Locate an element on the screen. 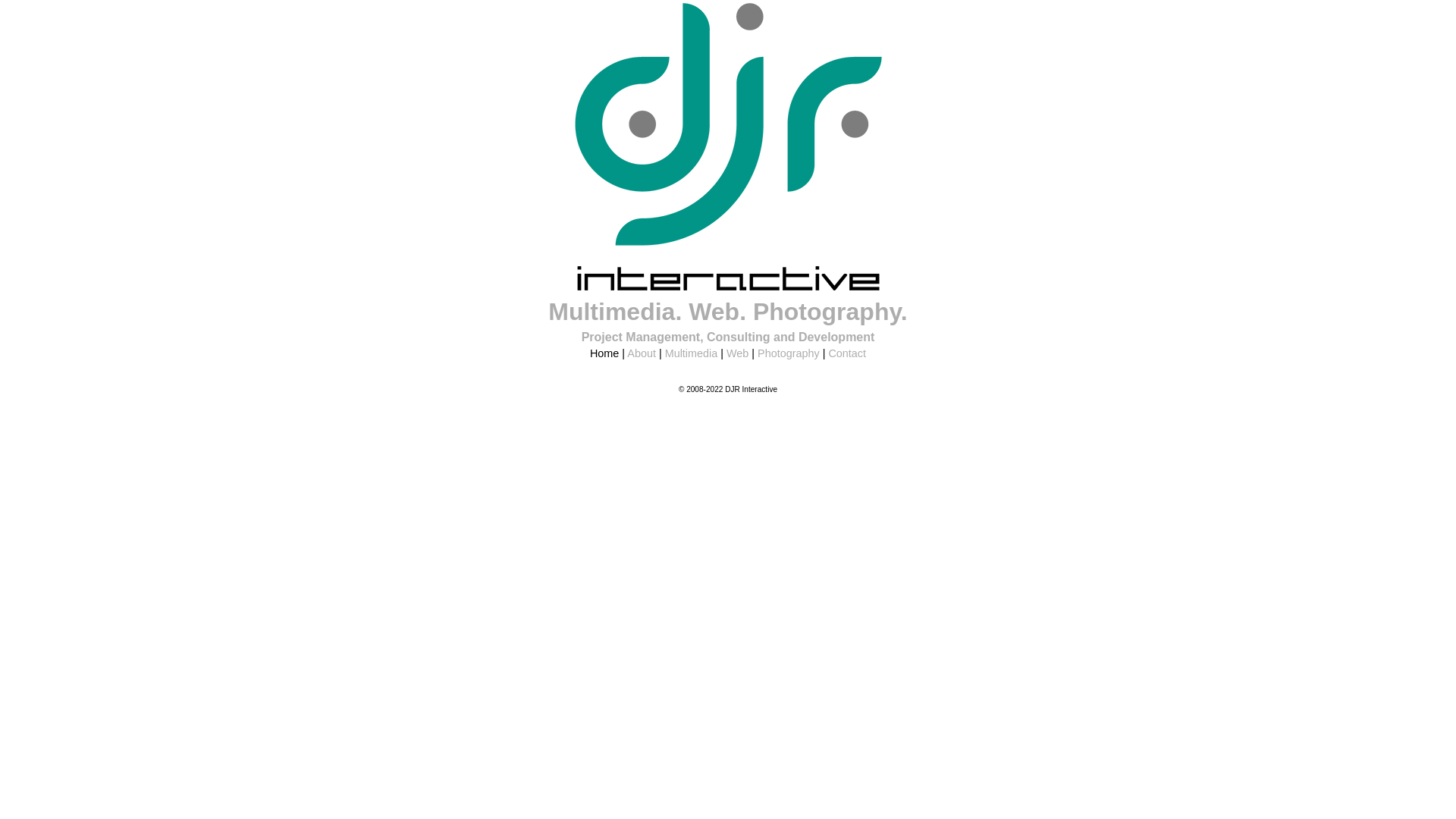 The width and height of the screenshot is (1456, 819). 'Contact' is located at coordinates (846, 353).